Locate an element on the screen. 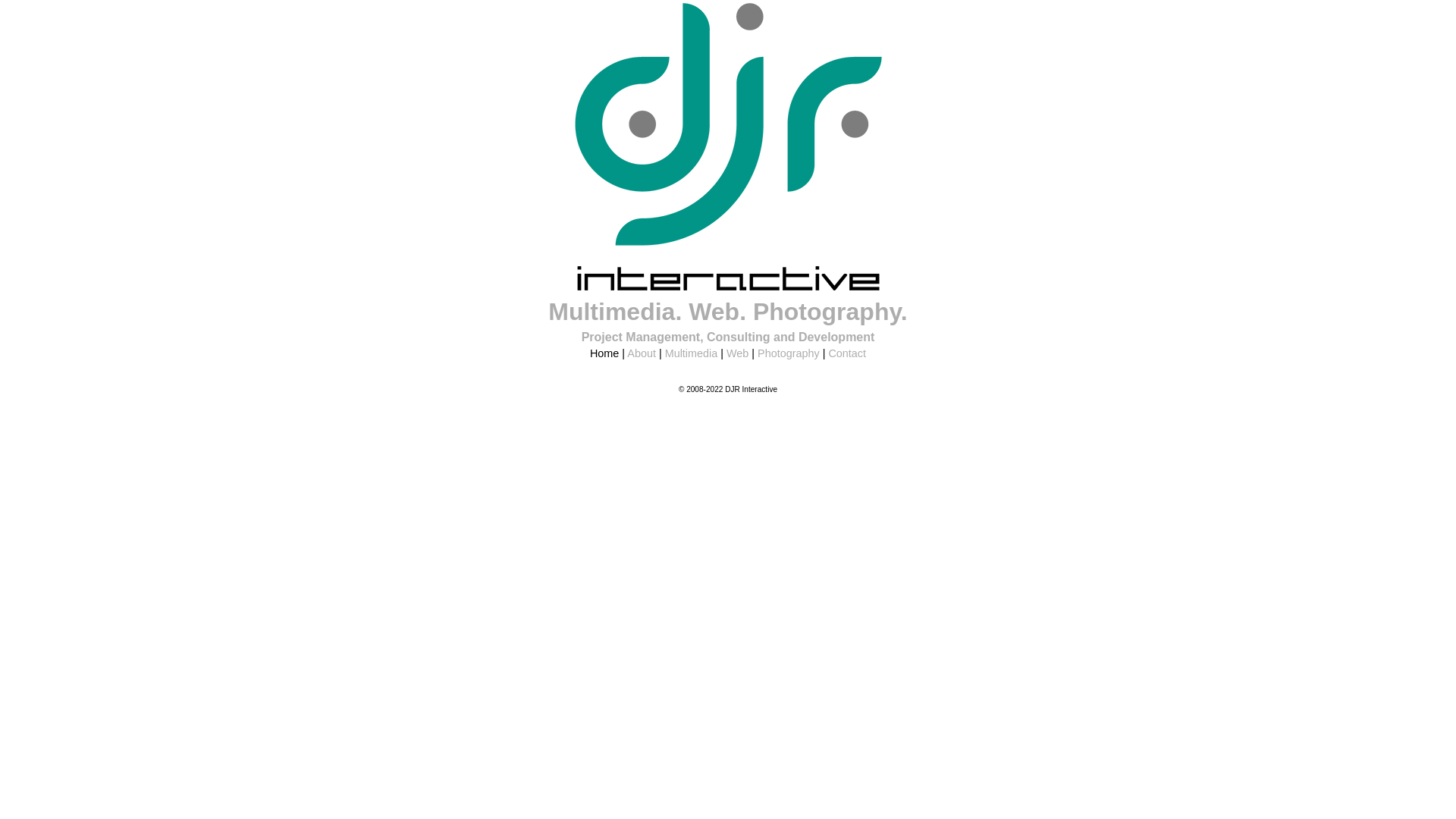 The width and height of the screenshot is (1456, 819). 'Contact' is located at coordinates (846, 353).